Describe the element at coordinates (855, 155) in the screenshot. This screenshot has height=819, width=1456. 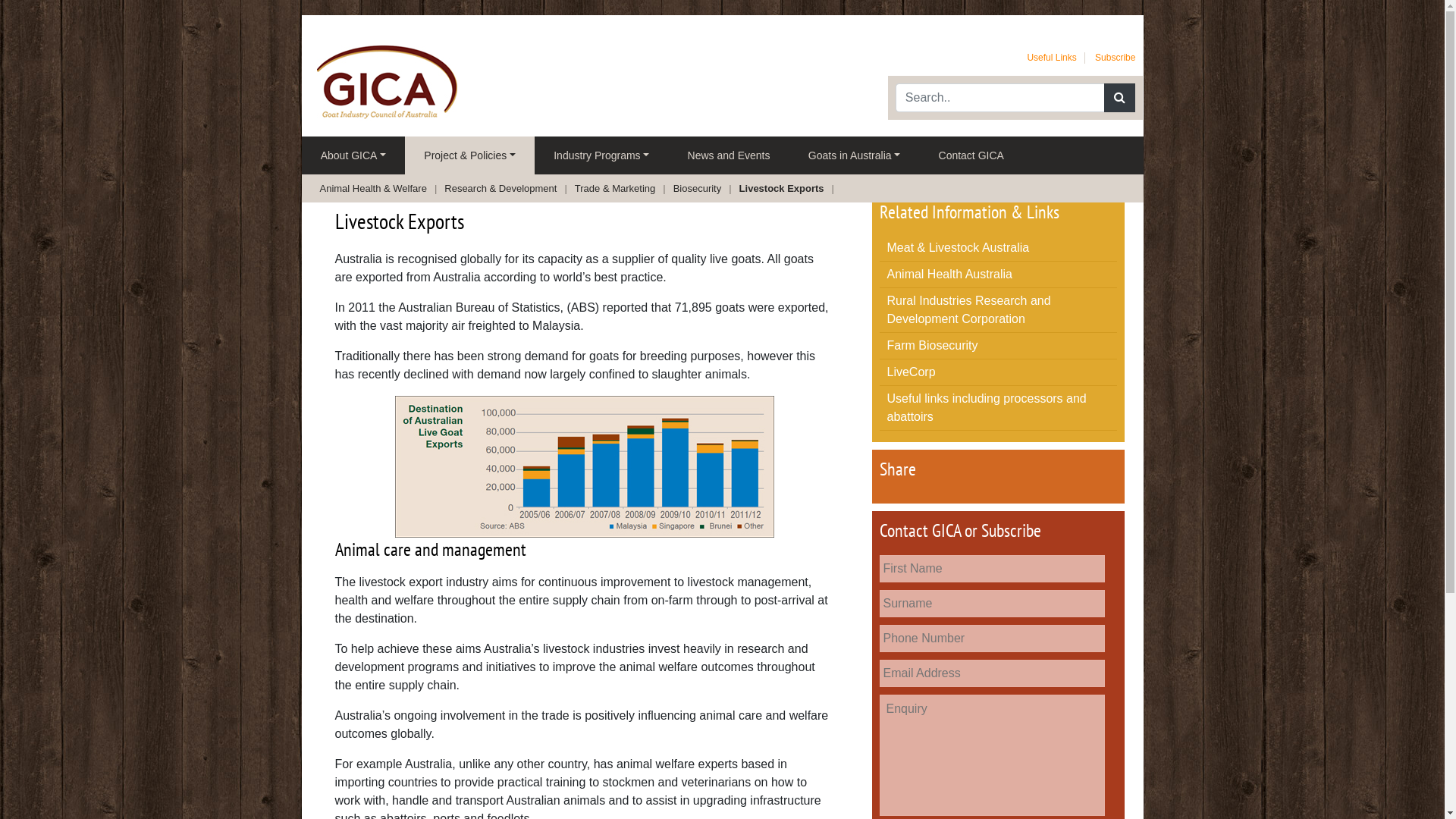
I see `'Goats in Australia'` at that location.